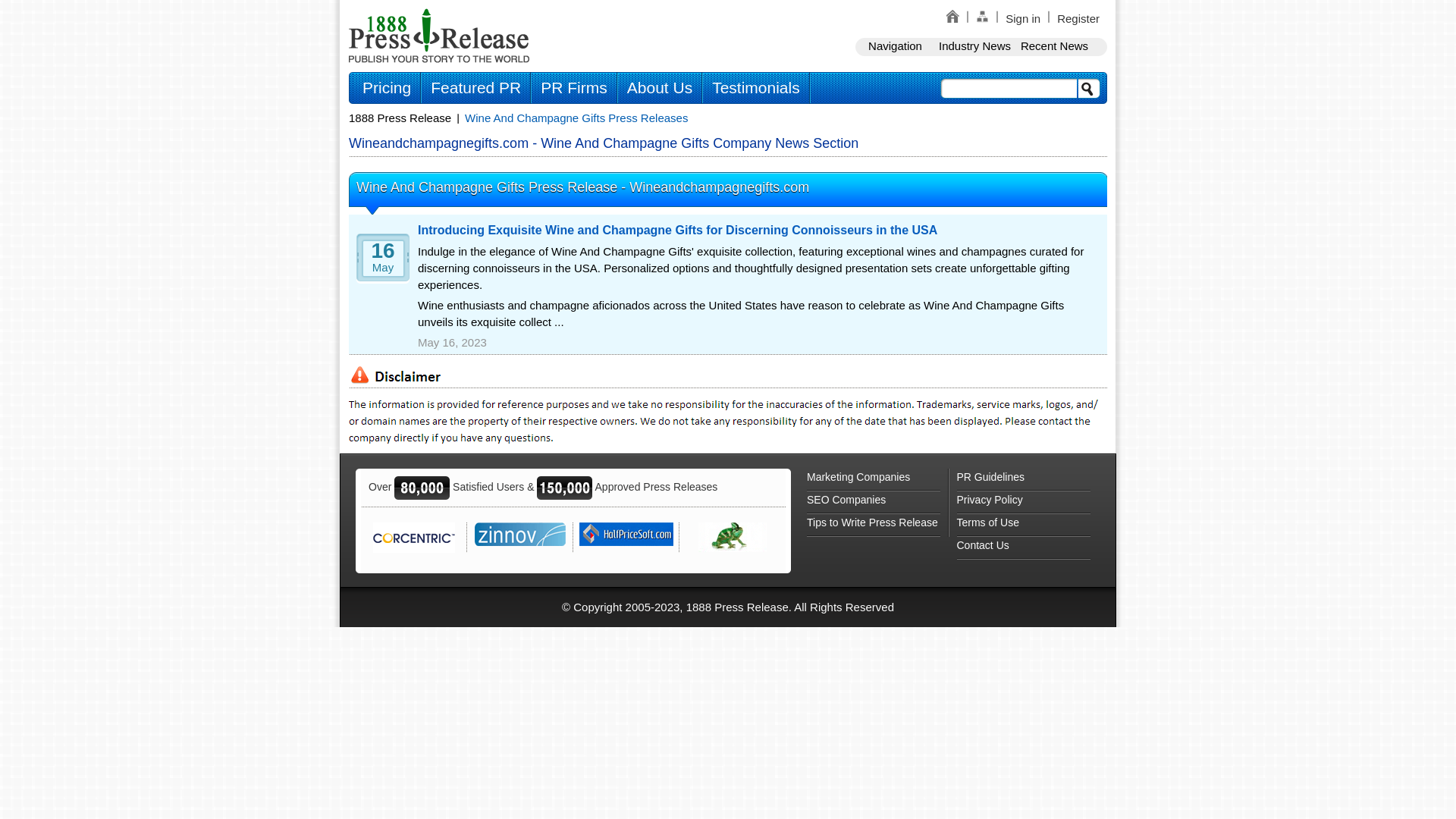 This screenshot has height=819, width=1456. What do you see at coordinates (1023, 525) in the screenshot?
I see `'Terms of Use'` at bounding box center [1023, 525].